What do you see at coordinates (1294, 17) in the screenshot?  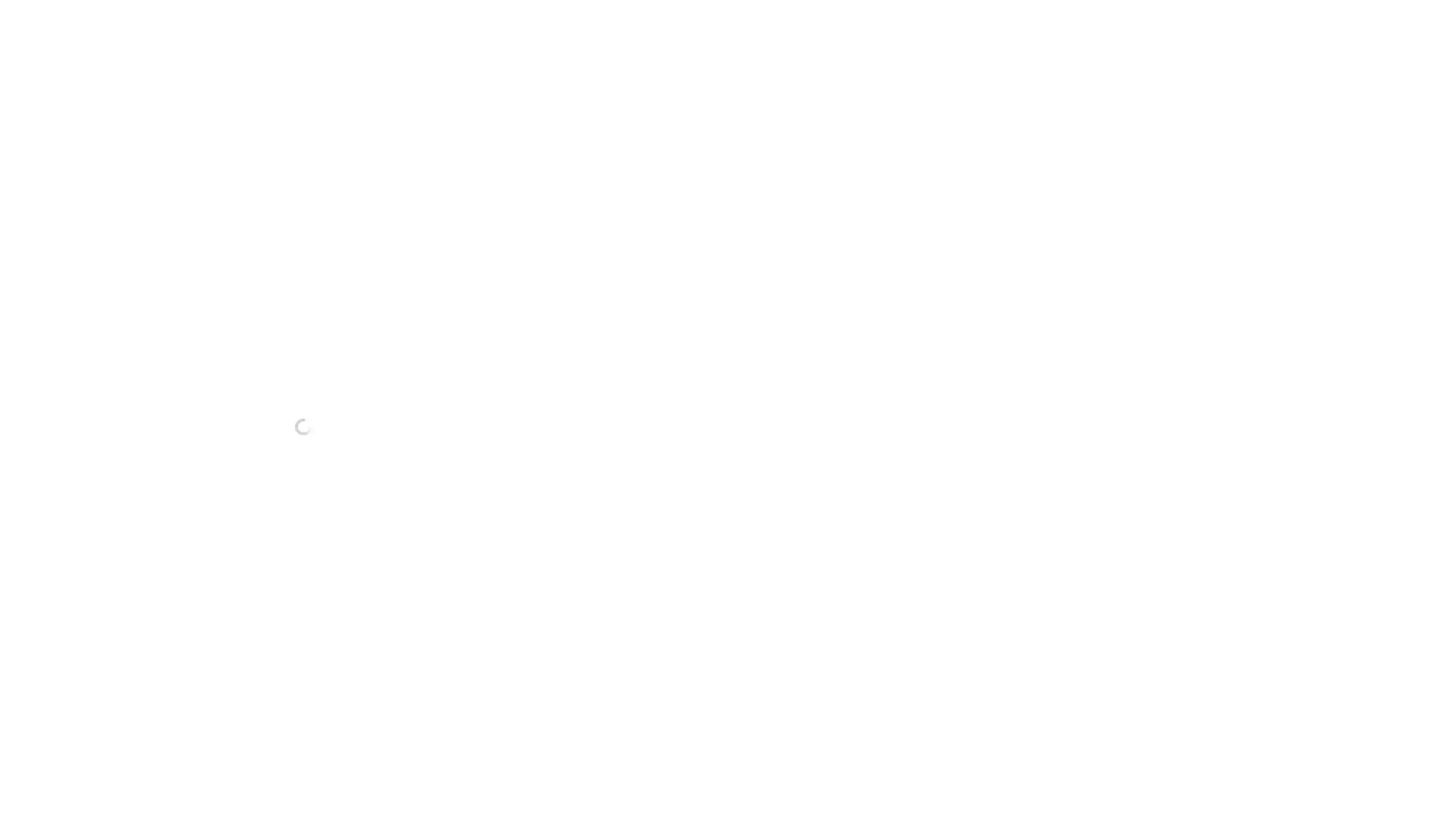 I see `Search` at bounding box center [1294, 17].